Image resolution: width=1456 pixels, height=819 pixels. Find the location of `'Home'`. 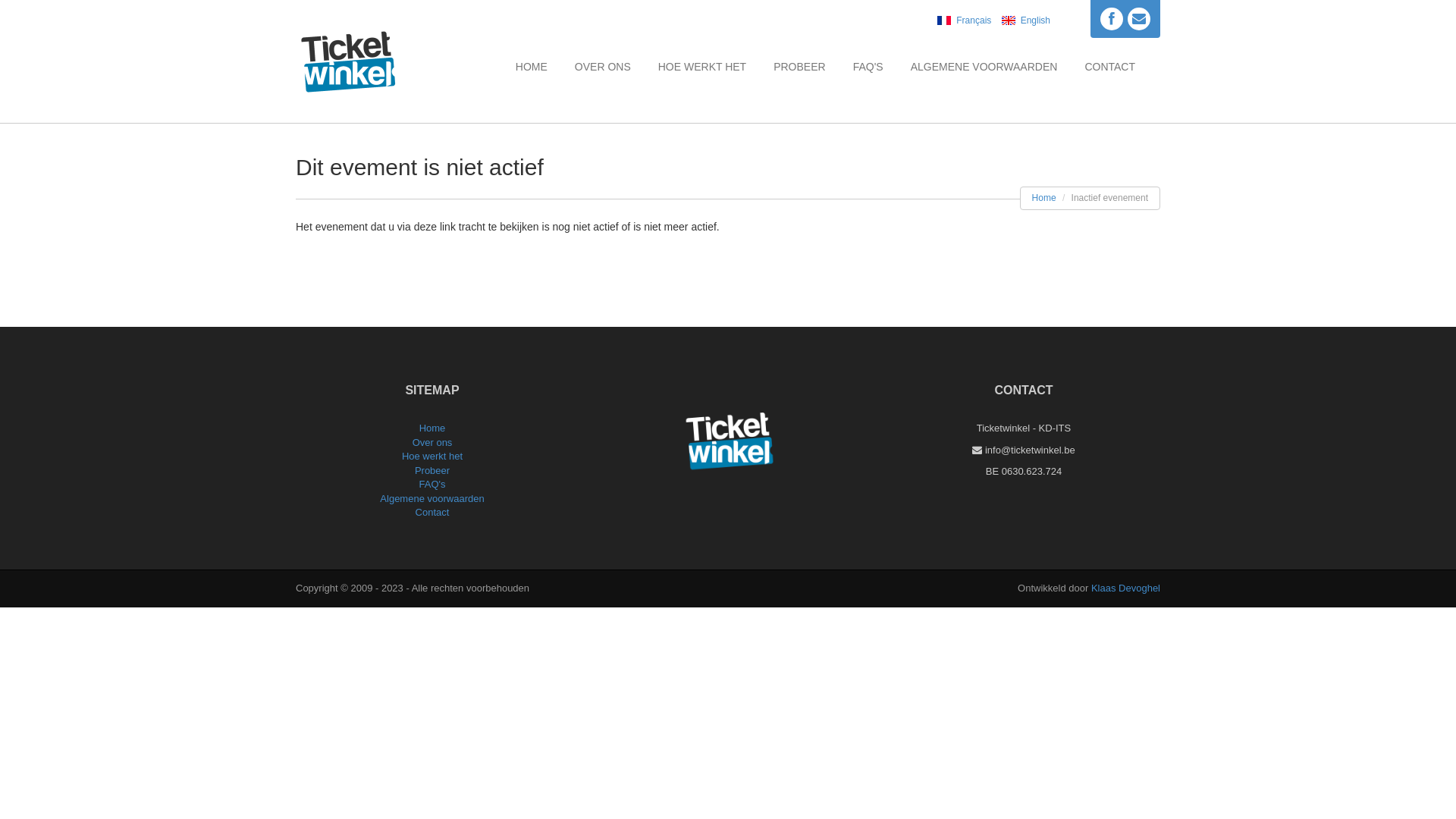

'Home' is located at coordinates (1043, 197).